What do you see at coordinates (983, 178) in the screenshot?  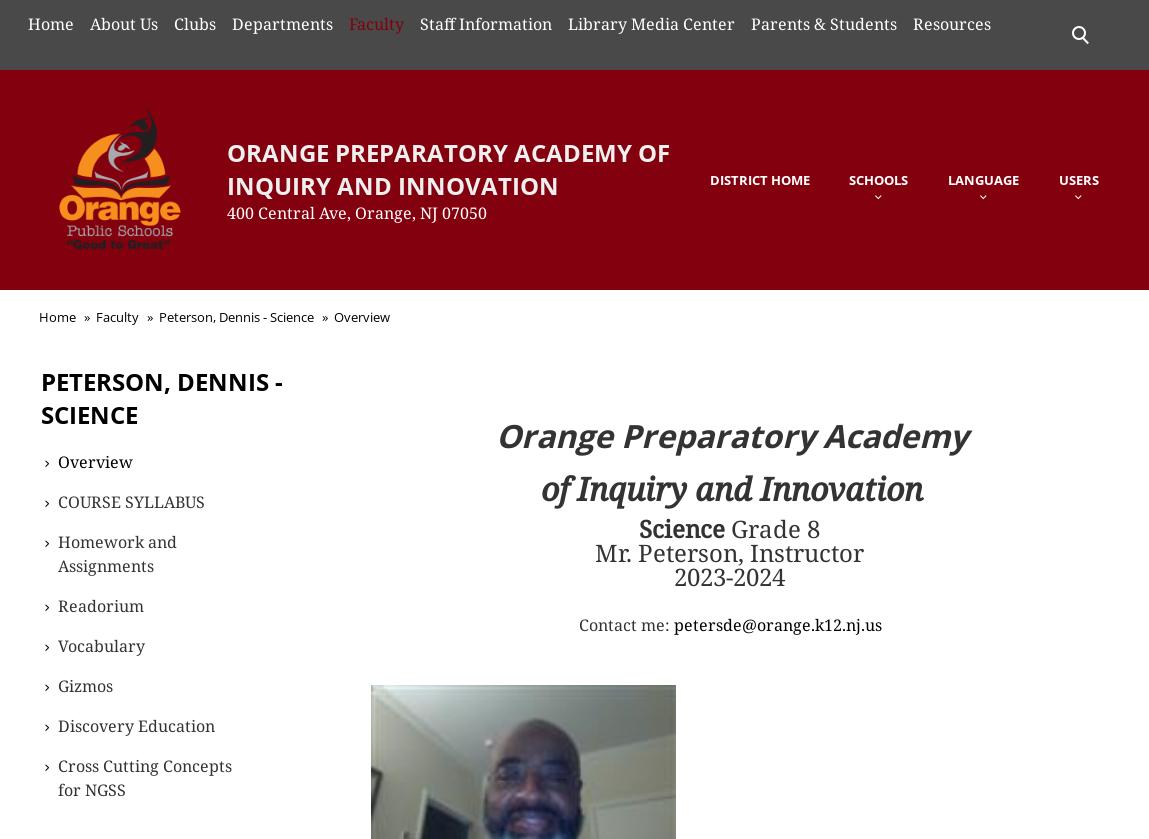 I see `'Language'` at bounding box center [983, 178].